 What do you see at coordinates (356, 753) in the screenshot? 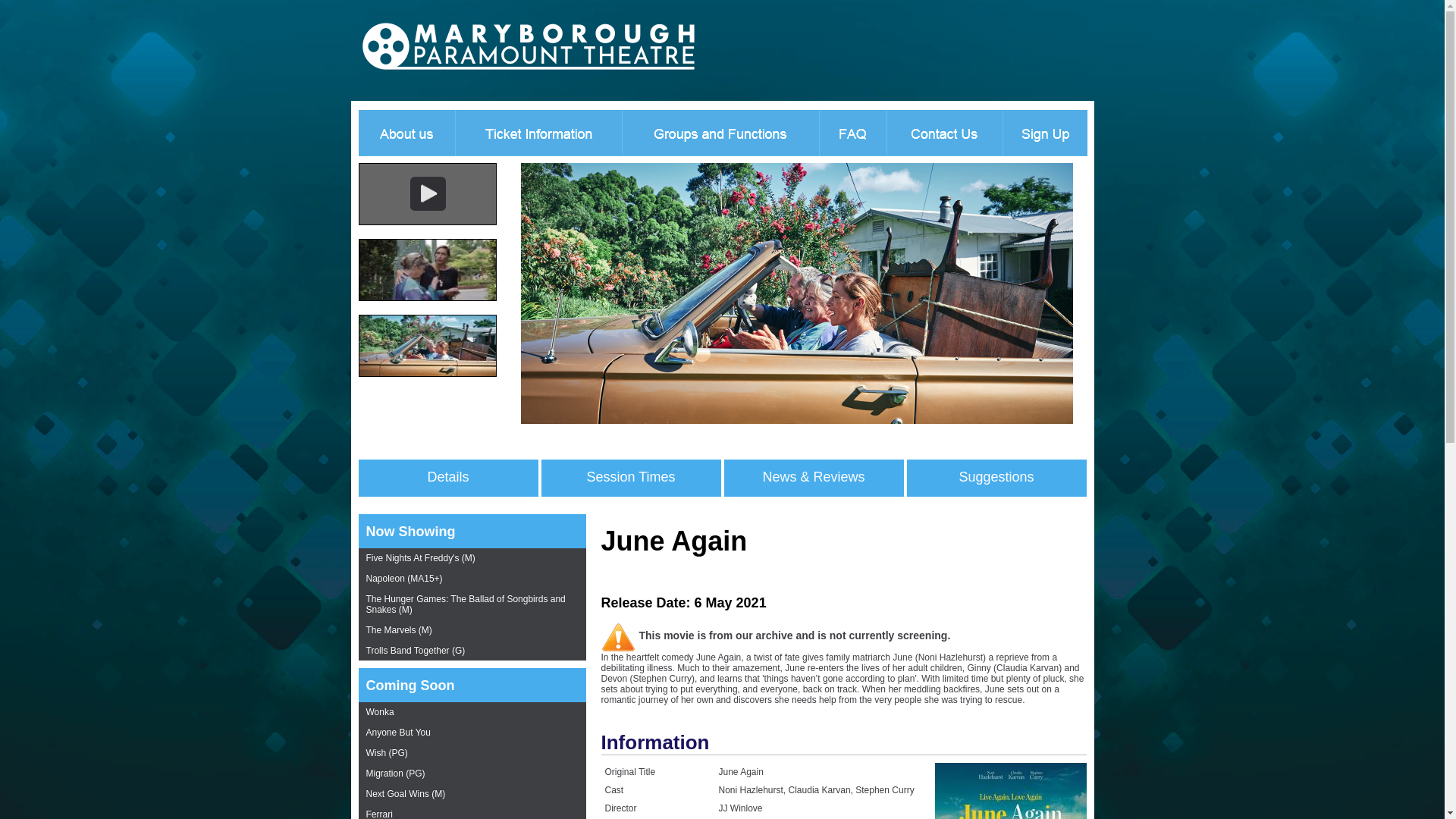
I see `'Wish (PG)'` at bounding box center [356, 753].